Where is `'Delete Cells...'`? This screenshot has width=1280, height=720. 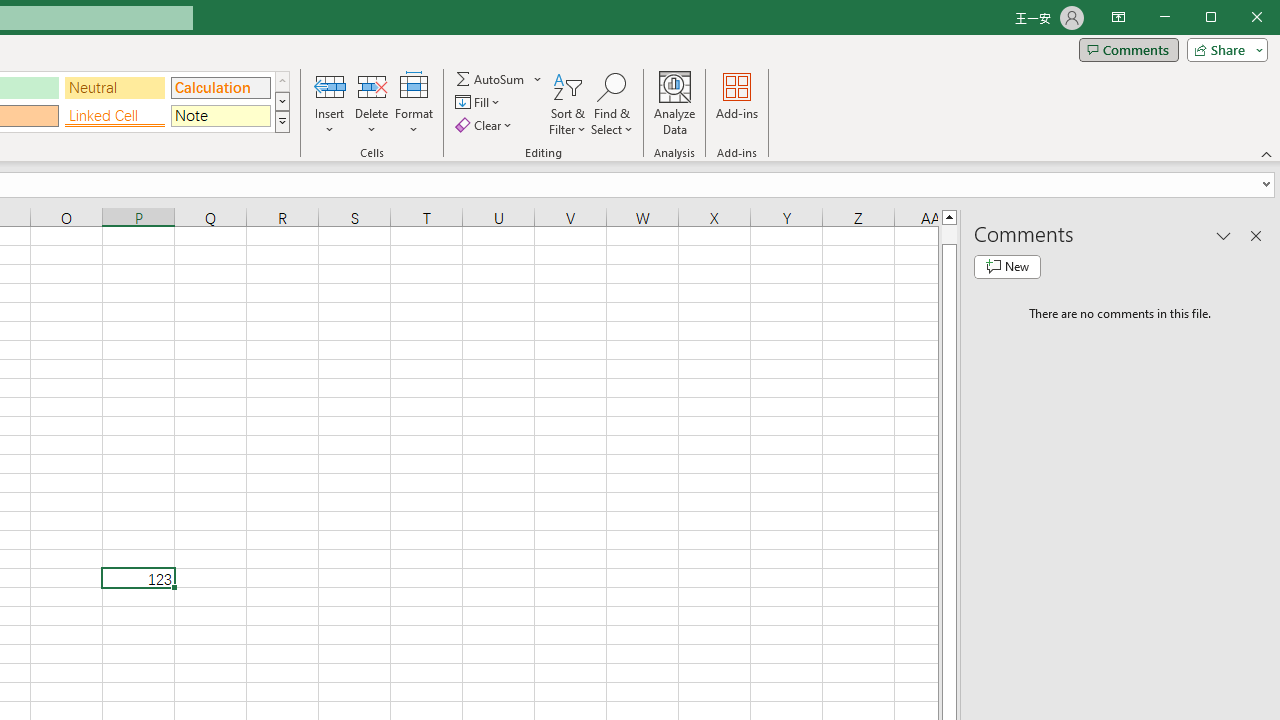
'Delete Cells...' is located at coordinates (371, 85).